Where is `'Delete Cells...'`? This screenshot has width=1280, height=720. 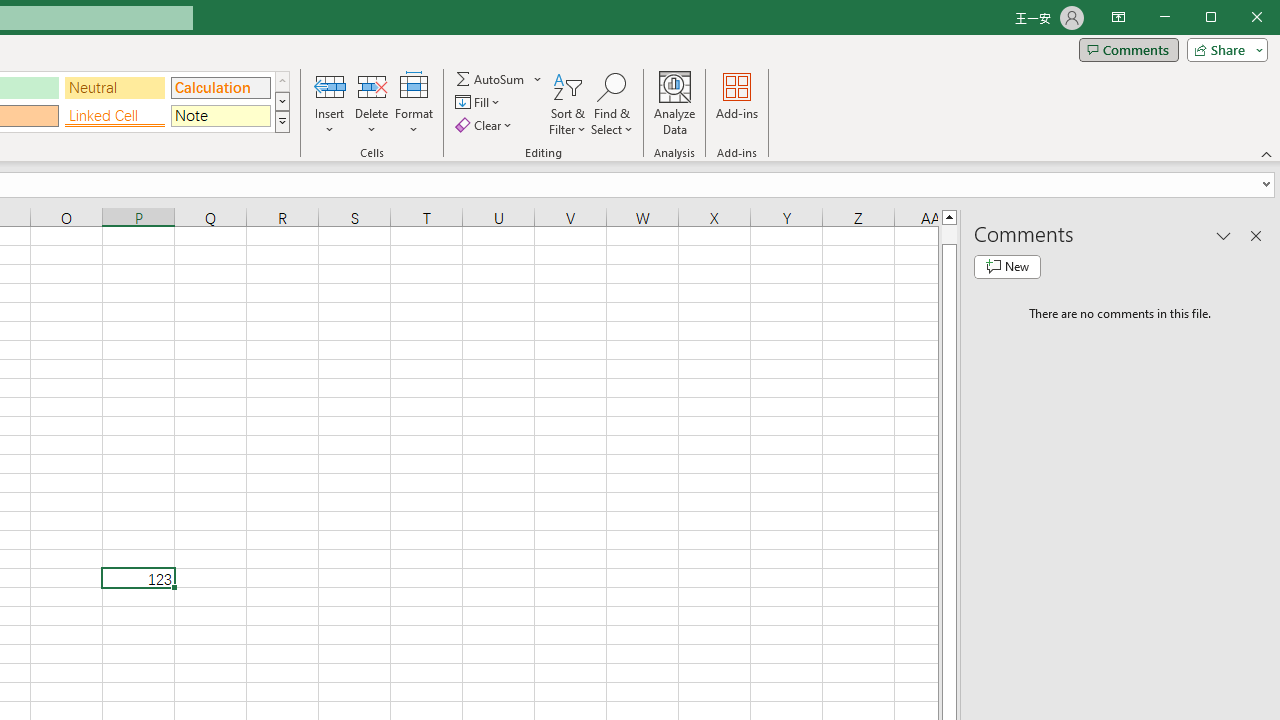
'Delete Cells...' is located at coordinates (371, 85).